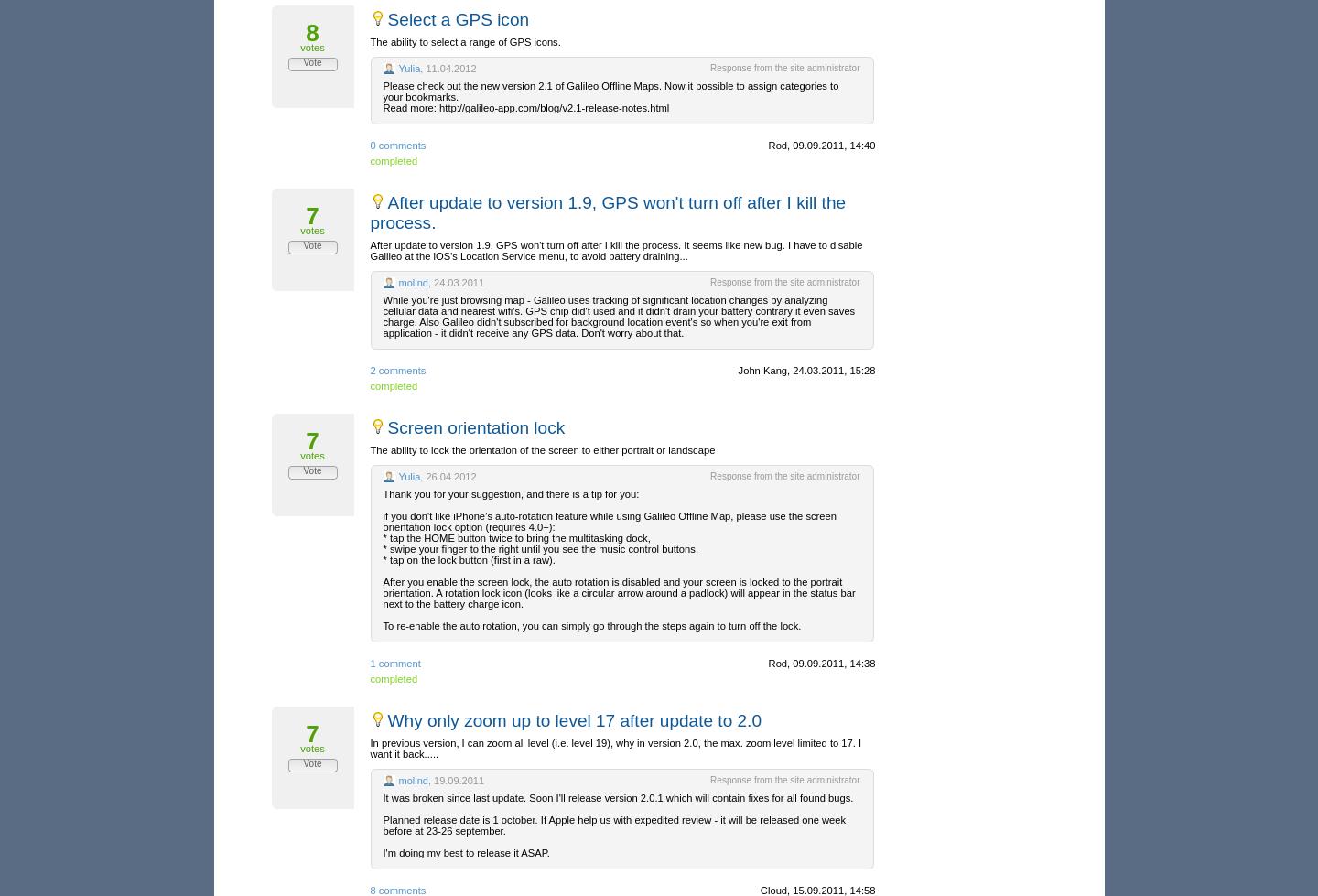  I want to click on 'In previous version, I can zoom all level (i.e. level 19), why in version 2.0, the max. zoom level limited to 17. I want it back.....', so click(615, 747).